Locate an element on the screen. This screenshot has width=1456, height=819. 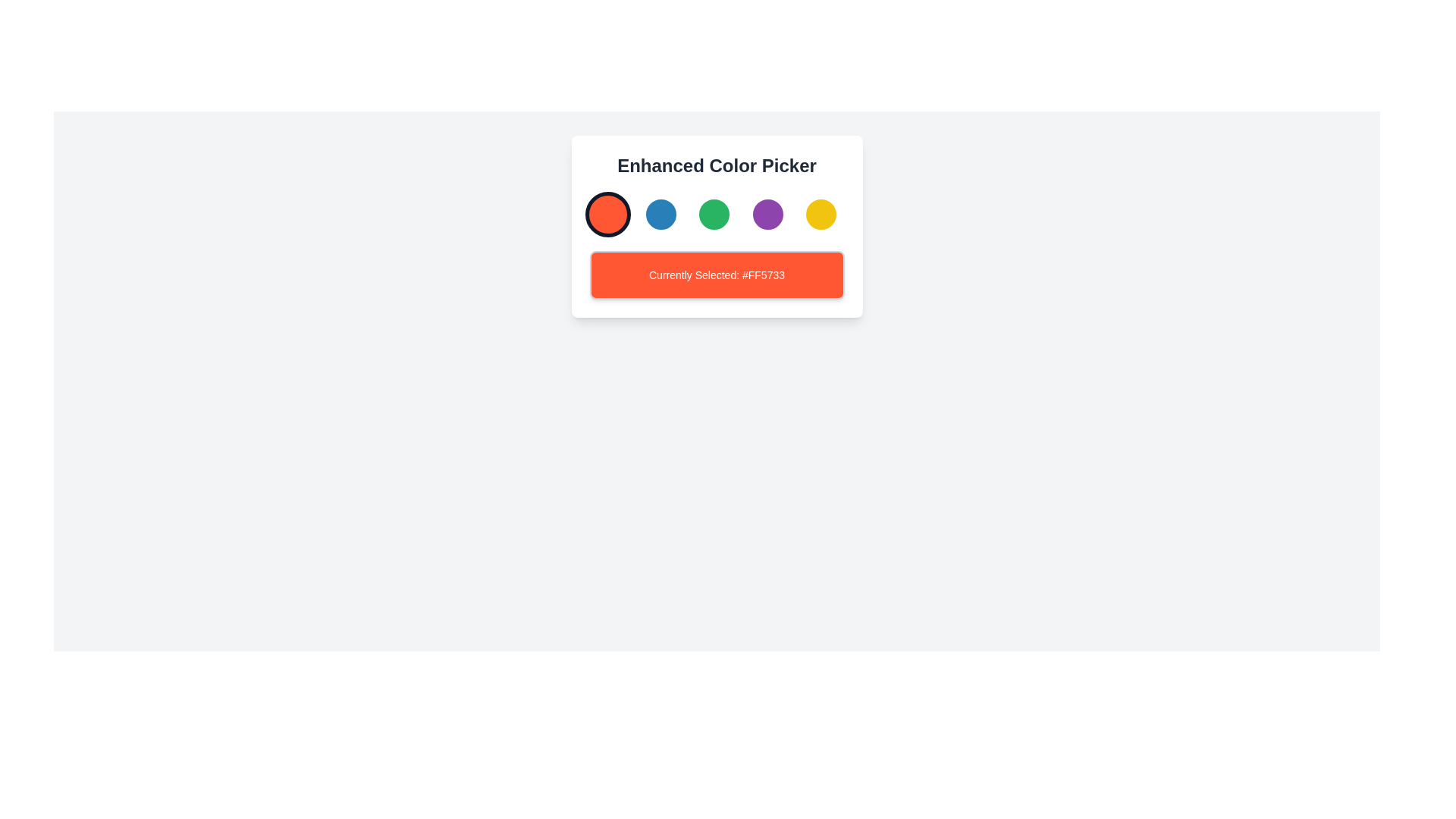
text content of the Text Label displaying 'Currently Selected: #FF5733', which is styled with white text on a small orange background, located at the bottom section of a rectangular card interface is located at coordinates (716, 275).